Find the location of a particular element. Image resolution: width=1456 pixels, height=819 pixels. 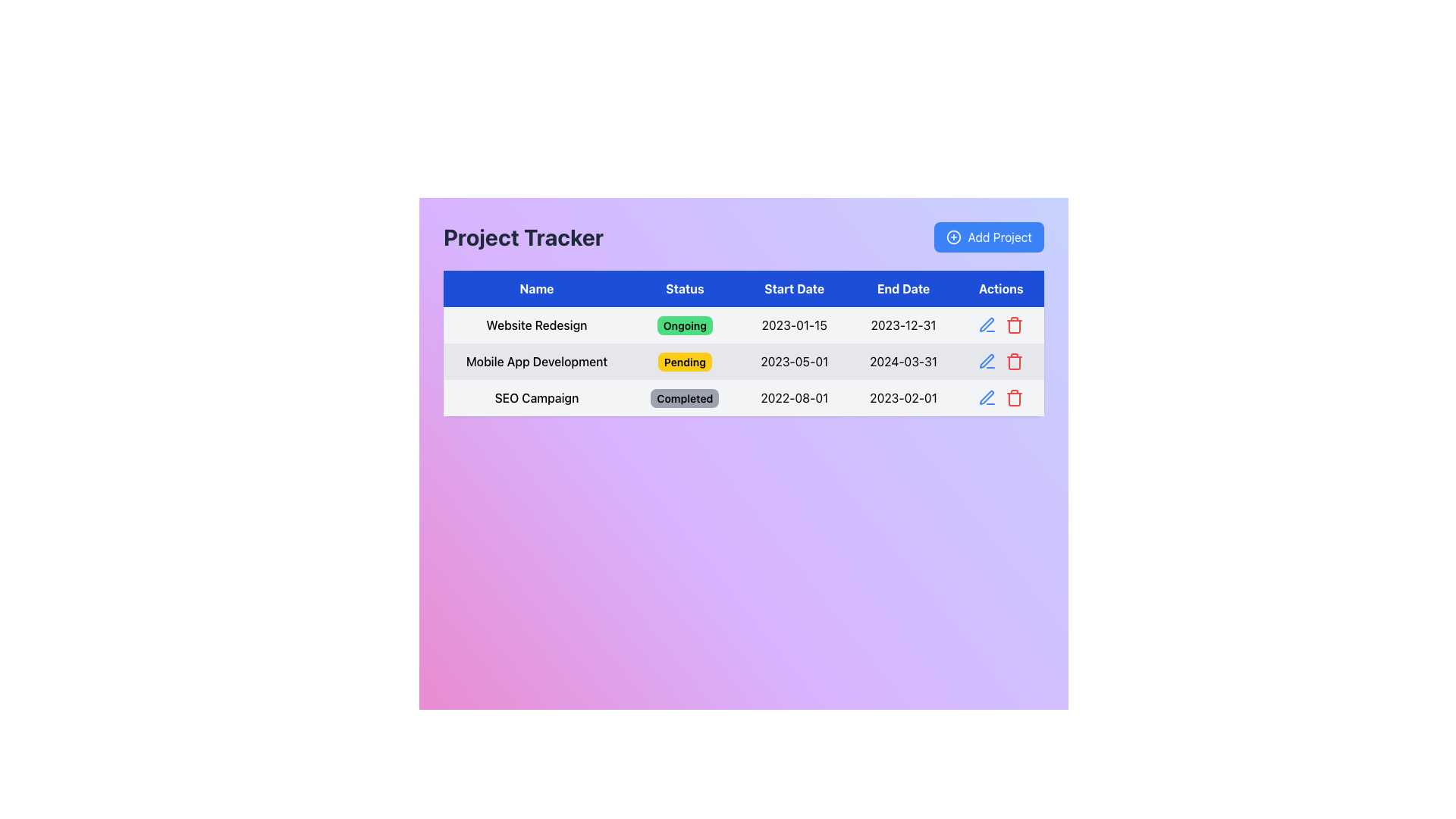

the pen icon in the 'Actions' column of the first entry in the table is located at coordinates (987, 324).